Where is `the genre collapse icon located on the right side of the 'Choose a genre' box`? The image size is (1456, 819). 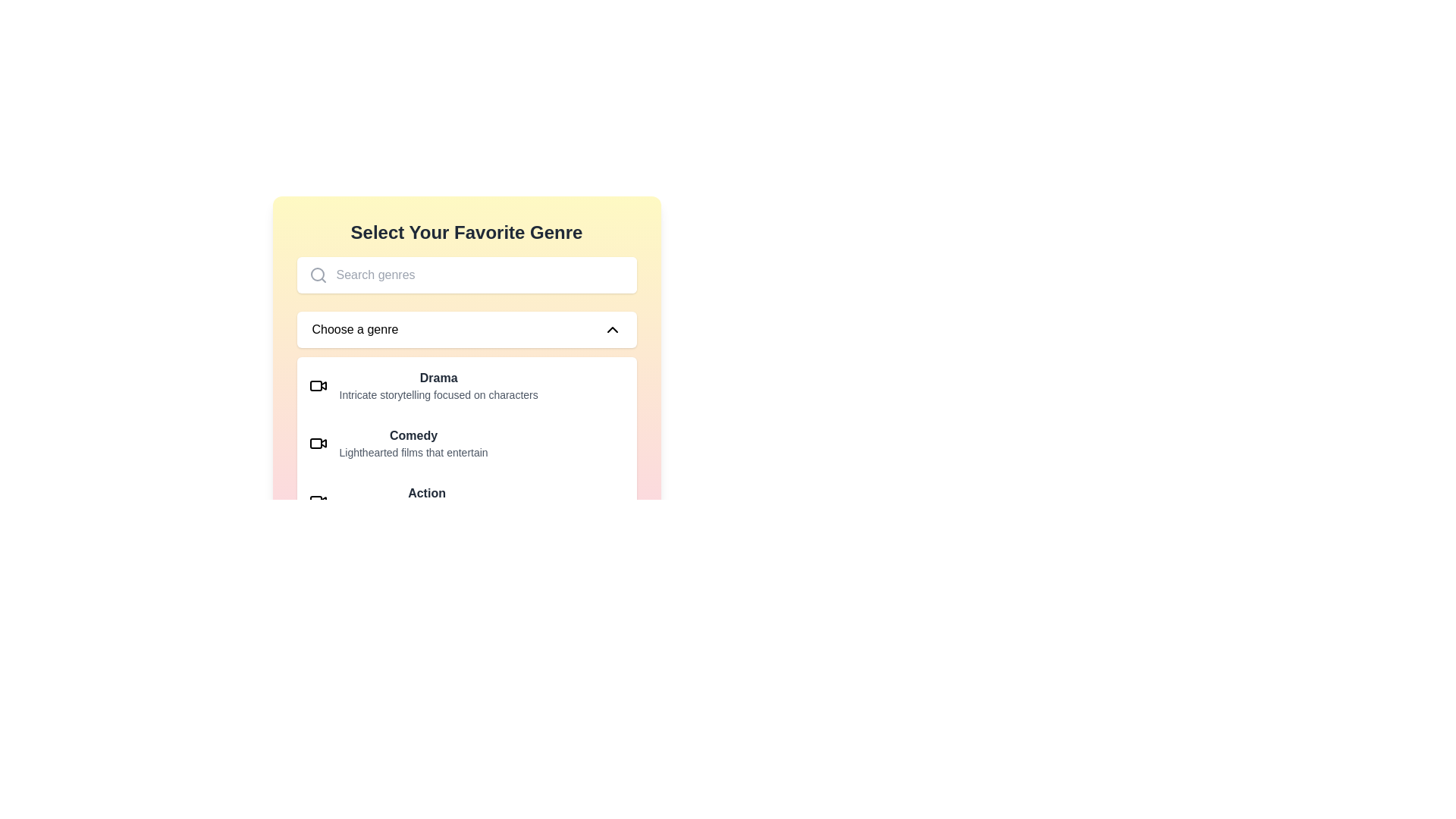
the genre collapse icon located on the right side of the 'Choose a genre' box is located at coordinates (612, 329).